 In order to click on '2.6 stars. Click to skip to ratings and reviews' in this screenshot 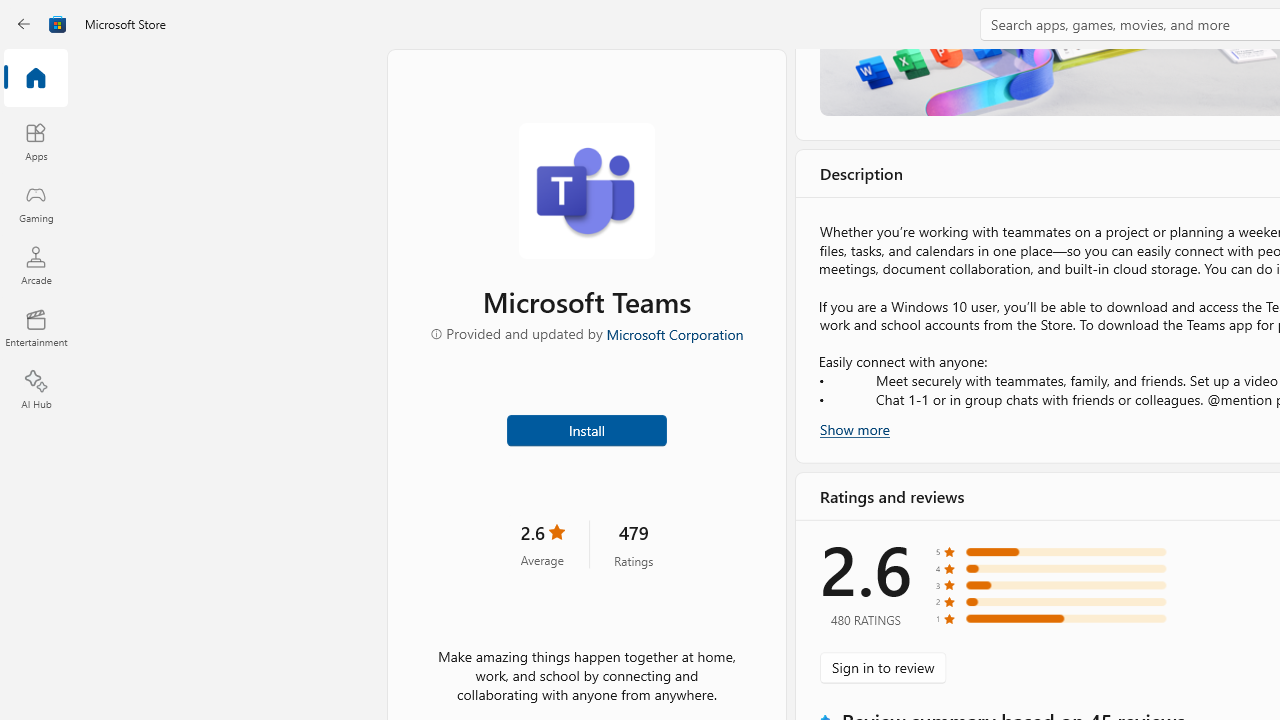, I will do `click(542, 543)`.